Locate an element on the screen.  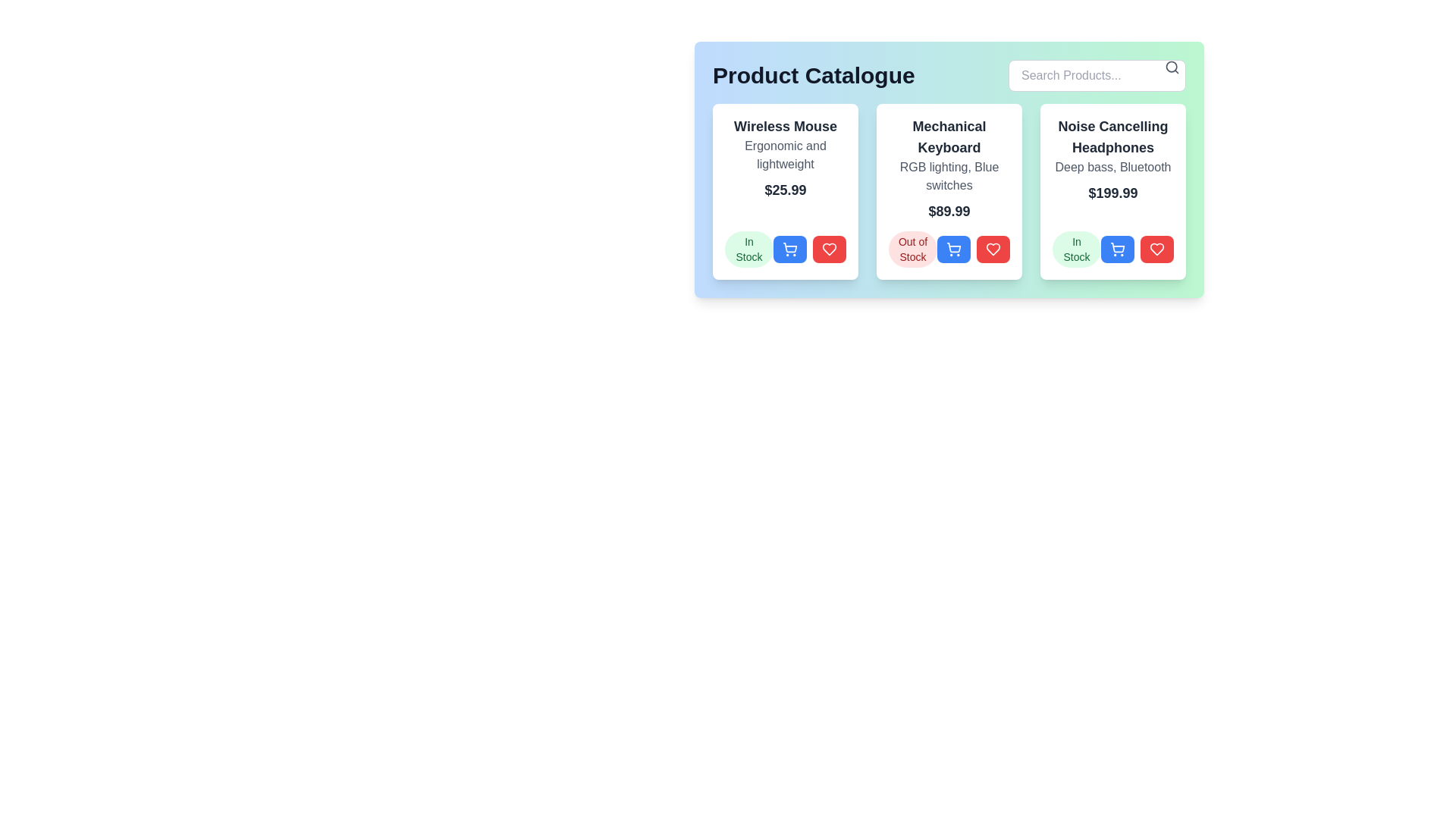
the label indicating that the 'Mechanical Keyboard' is not currently available for purchase, located in the bottom-left corner of the second product card in the horizontal product carousel is located at coordinates (912, 248).